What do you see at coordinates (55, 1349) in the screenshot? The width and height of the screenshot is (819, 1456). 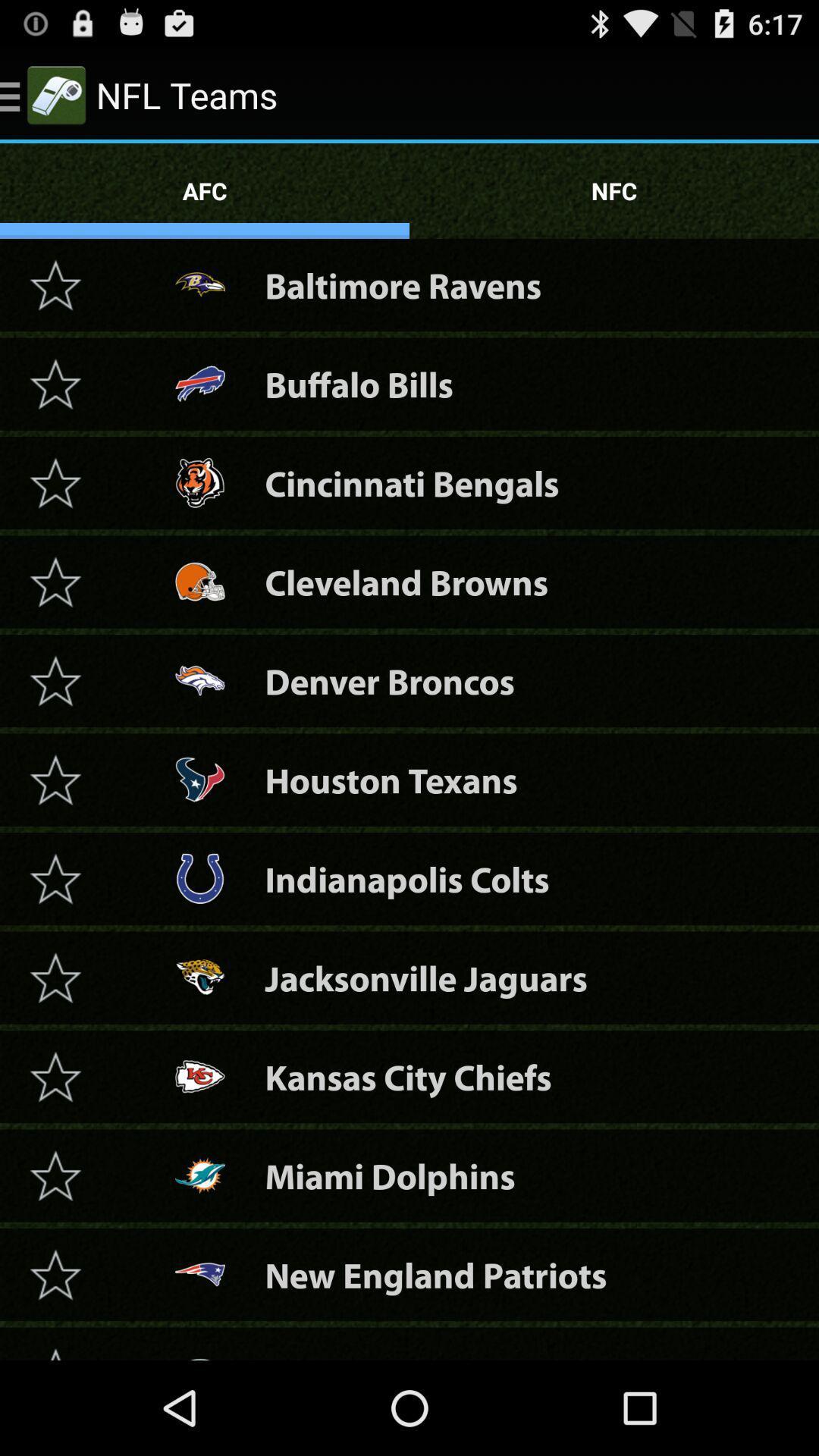 I see `team` at bounding box center [55, 1349].